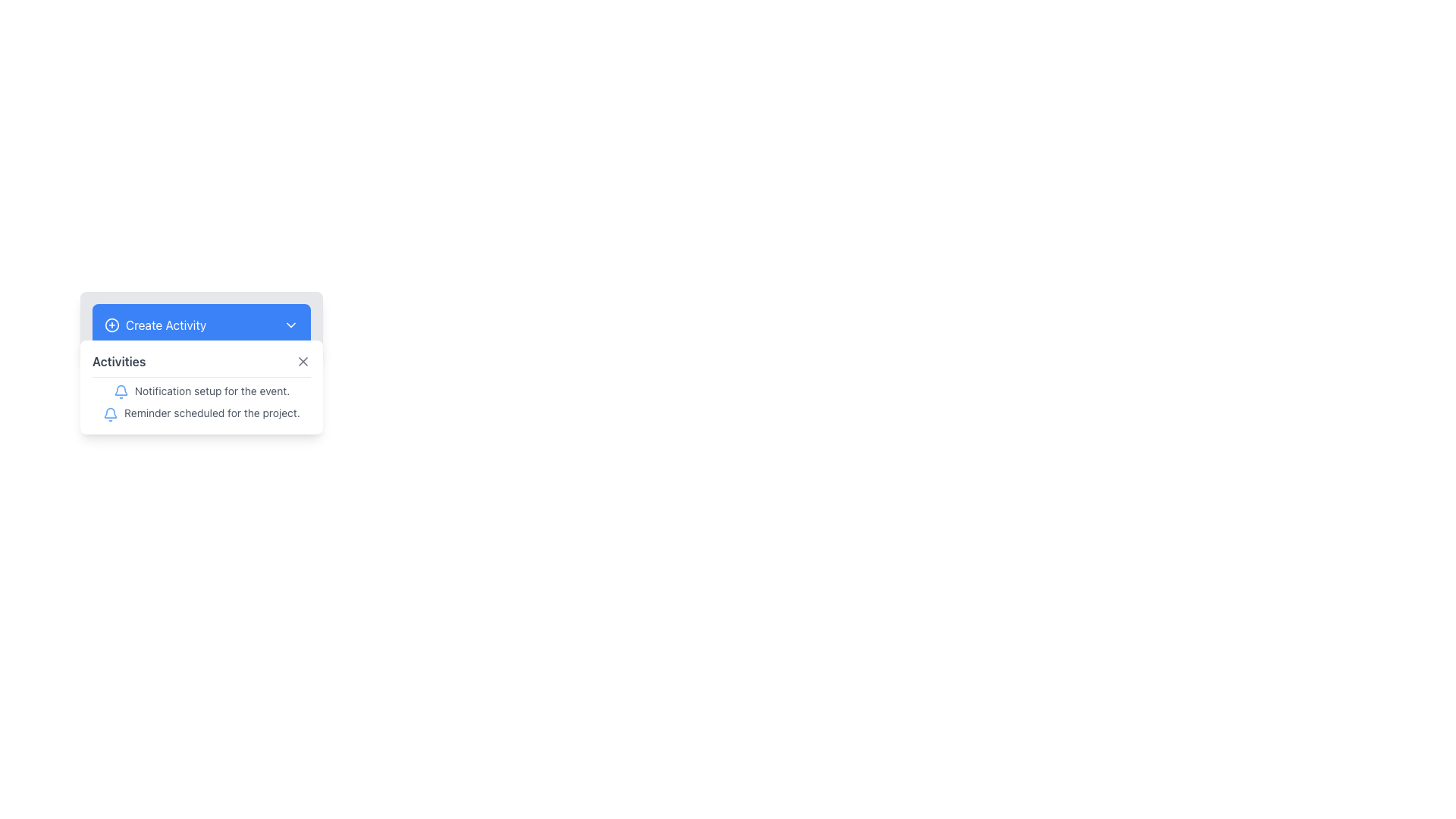 Image resolution: width=1456 pixels, height=819 pixels. I want to click on the SVG circle element located at the leftmost region of the header, which visually represents the base of an icon, so click(111, 324).